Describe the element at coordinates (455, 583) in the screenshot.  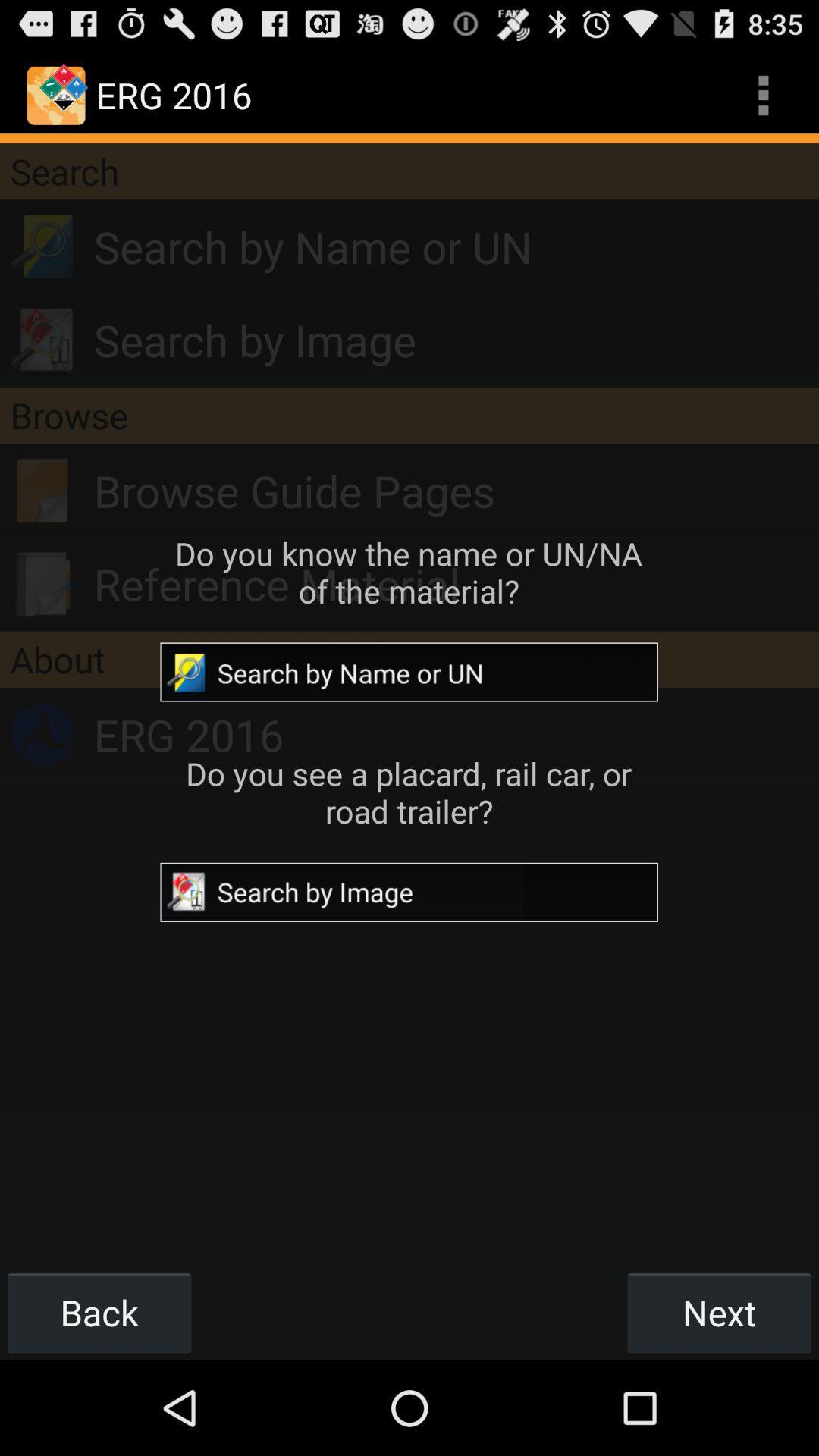
I see `icon above about app` at that location.